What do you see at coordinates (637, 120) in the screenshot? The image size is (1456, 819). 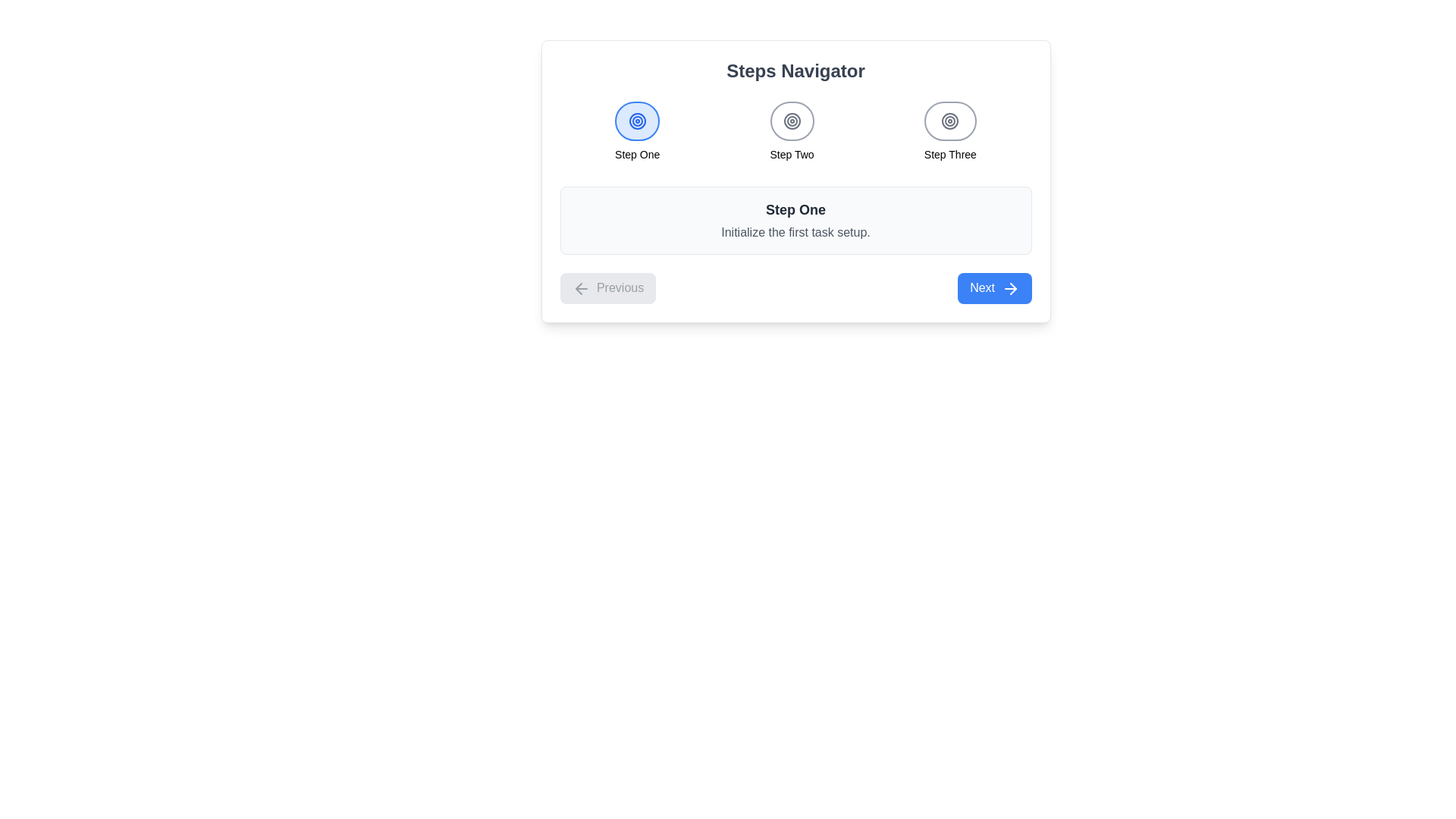 I see `on the 'Step One' interactive icon, which is a circular icon with concentric rings and a small dot at the center, located at the top center of the interface` at bounding box center [637, 120].